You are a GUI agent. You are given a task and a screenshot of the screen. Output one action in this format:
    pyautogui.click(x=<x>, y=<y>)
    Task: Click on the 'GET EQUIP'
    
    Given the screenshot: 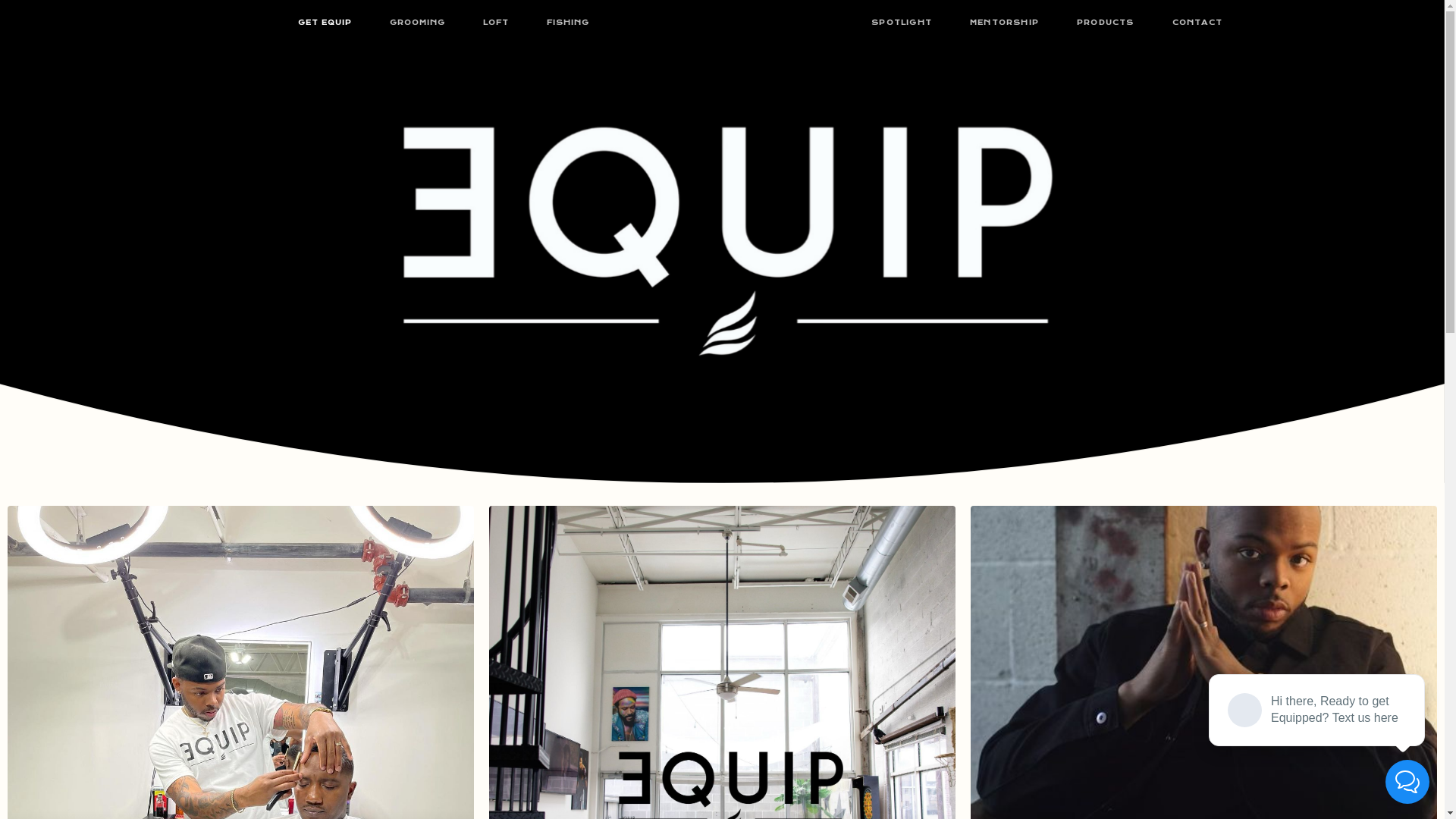 What is the action you would take?
    pyautogui.click(x=324, y=23)
    